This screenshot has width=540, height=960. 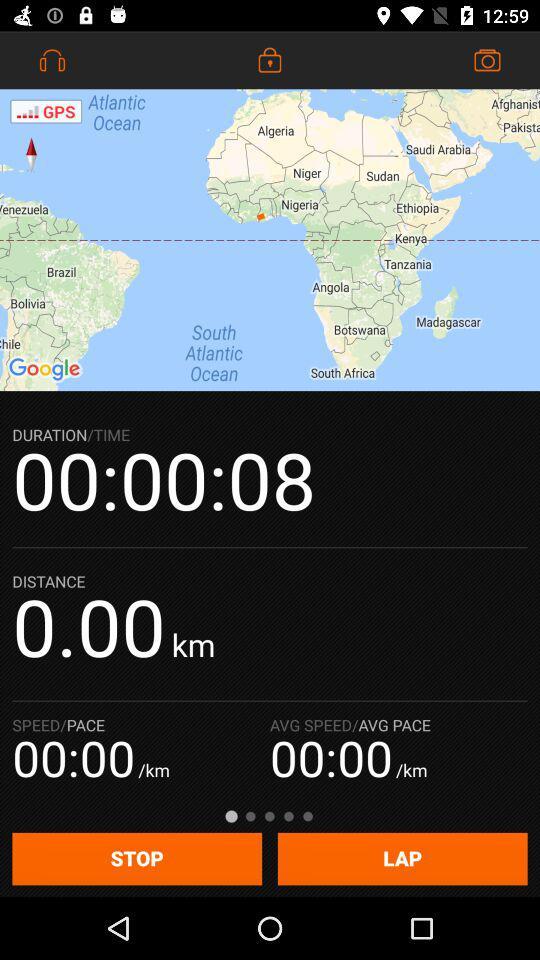 What do you see at coordinates (486, 59) in the screenshot?
I see `the shop icon` at bounding box center [486, 59].